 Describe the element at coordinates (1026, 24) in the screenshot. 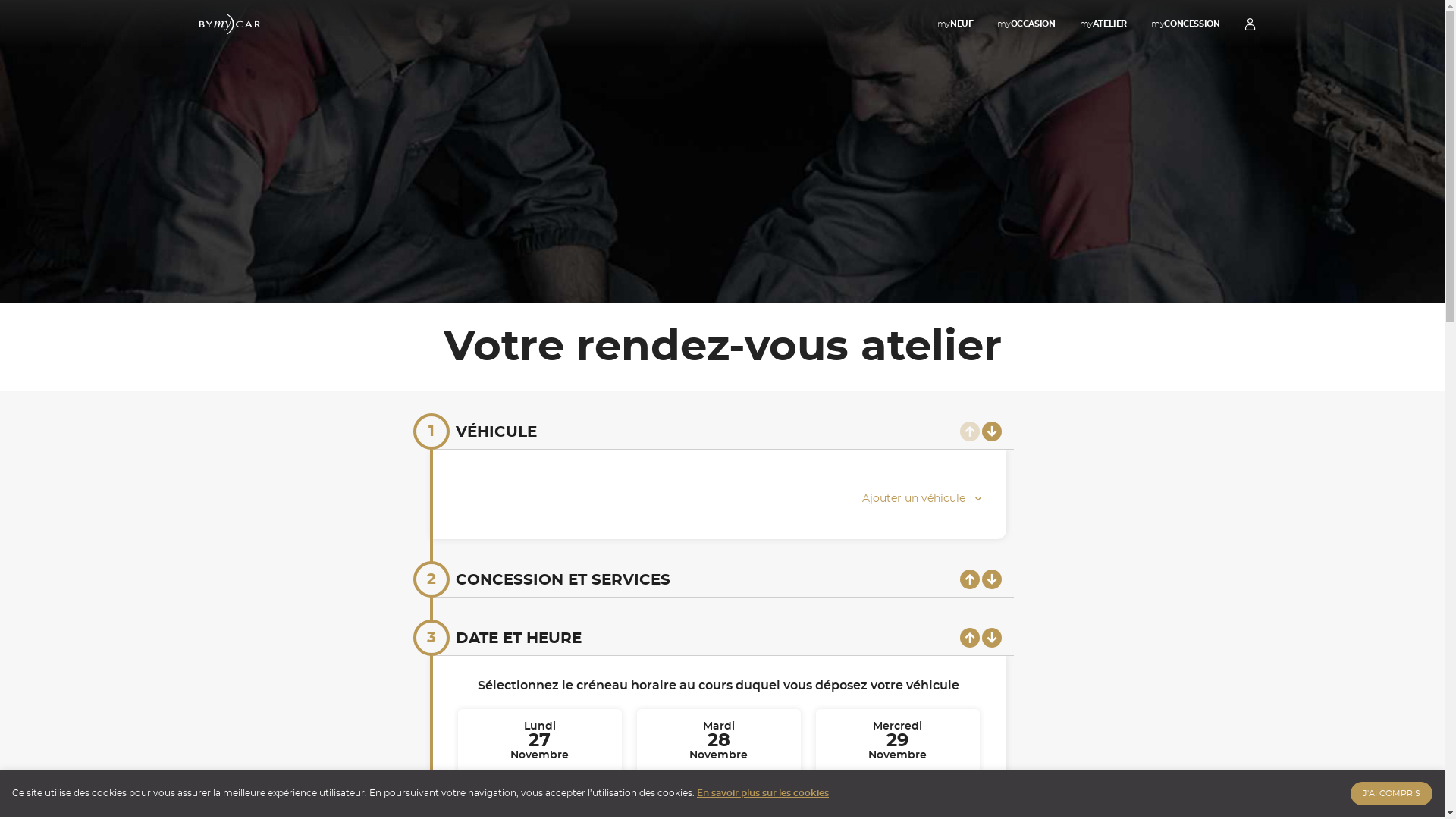

I see `'my` at that location.